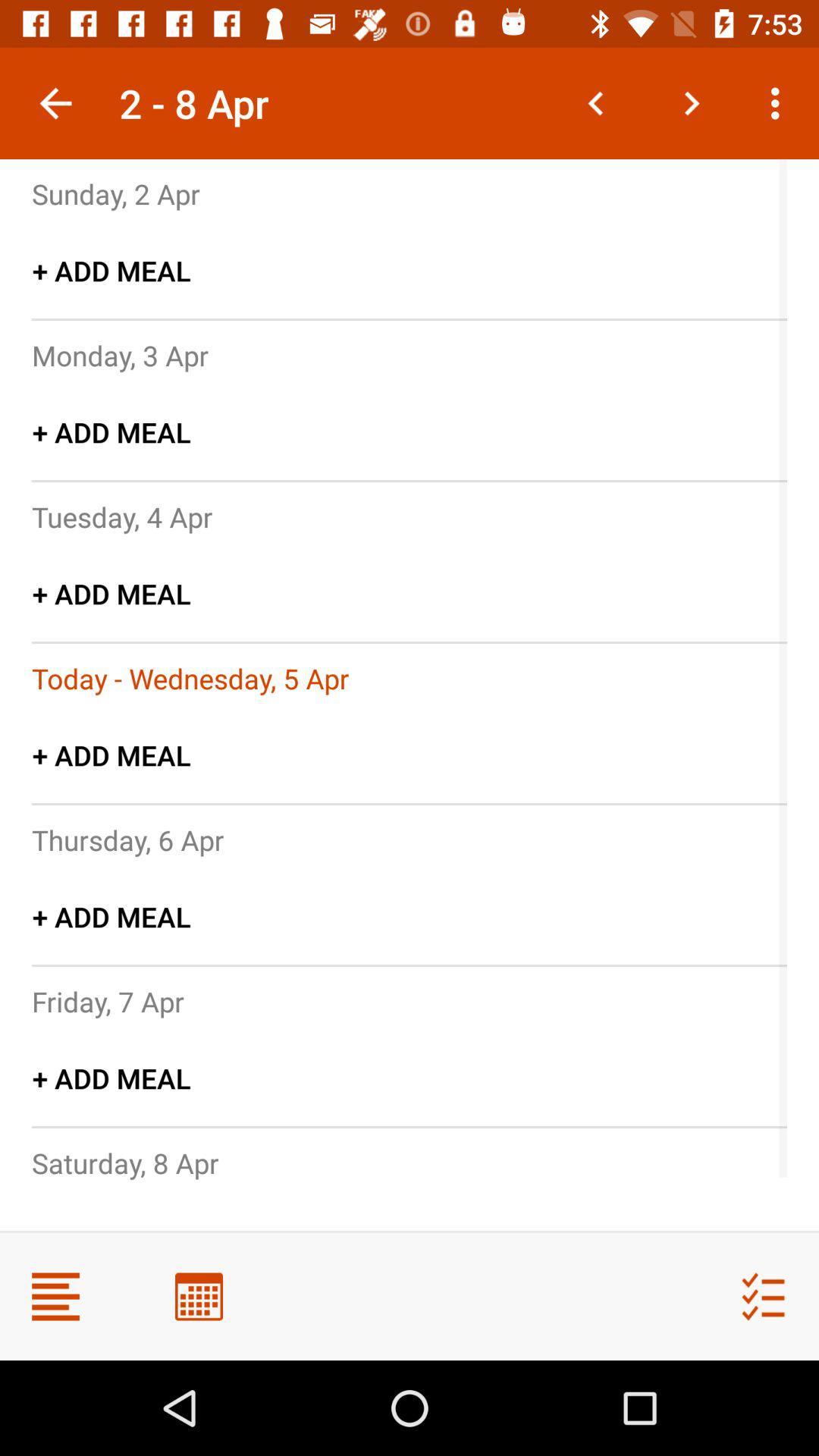 The width and height of the screenshot is (819, 1456). What do you see at coordinates (198, 1295) in the screenshot?
I see `the date_range icon` at bounding box center [198, 1295].